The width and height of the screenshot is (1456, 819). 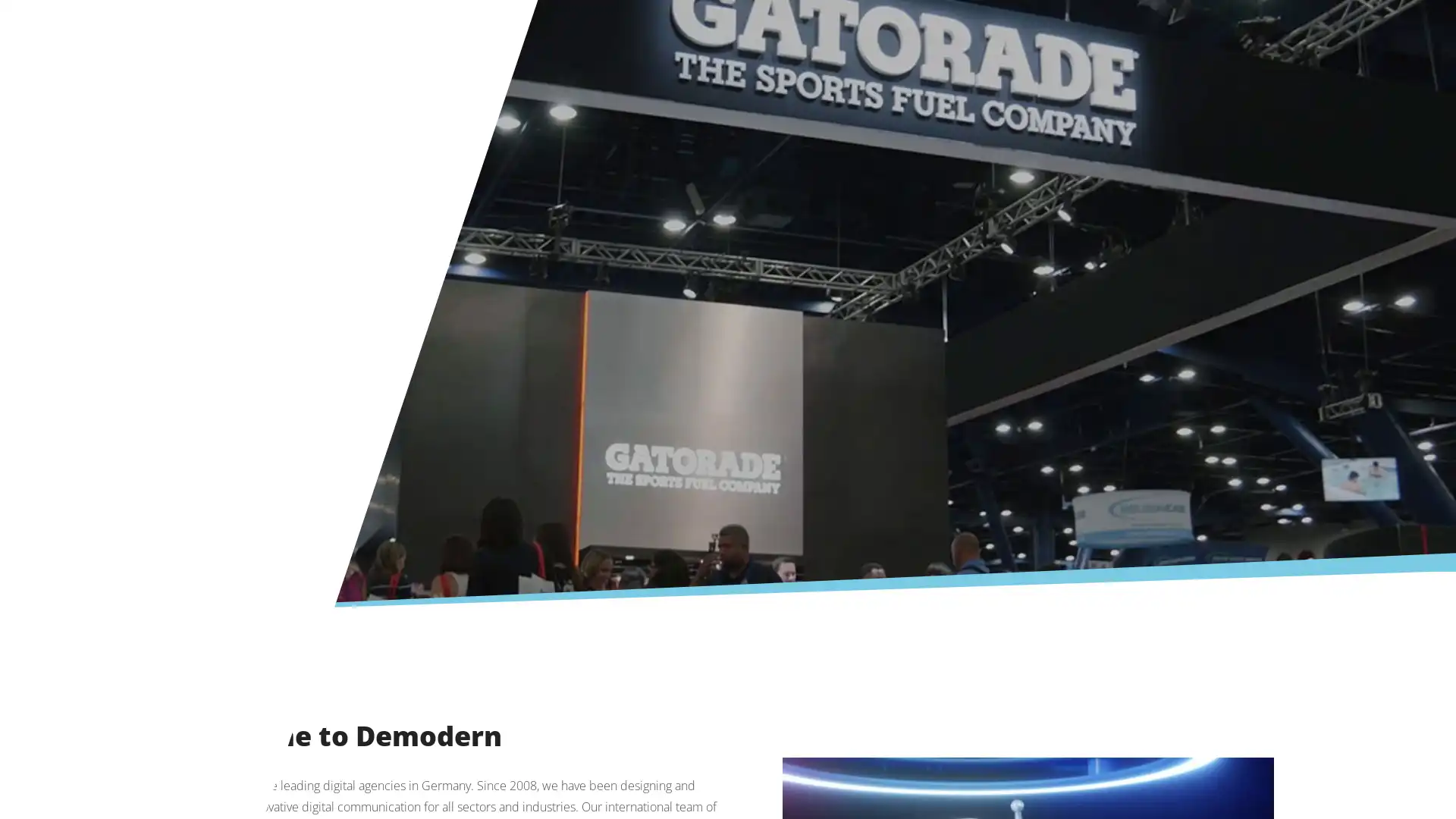 What do you see at coordinates (997, 785) in the screenshot?
I see `Deny` at bounding box center [997, 785].